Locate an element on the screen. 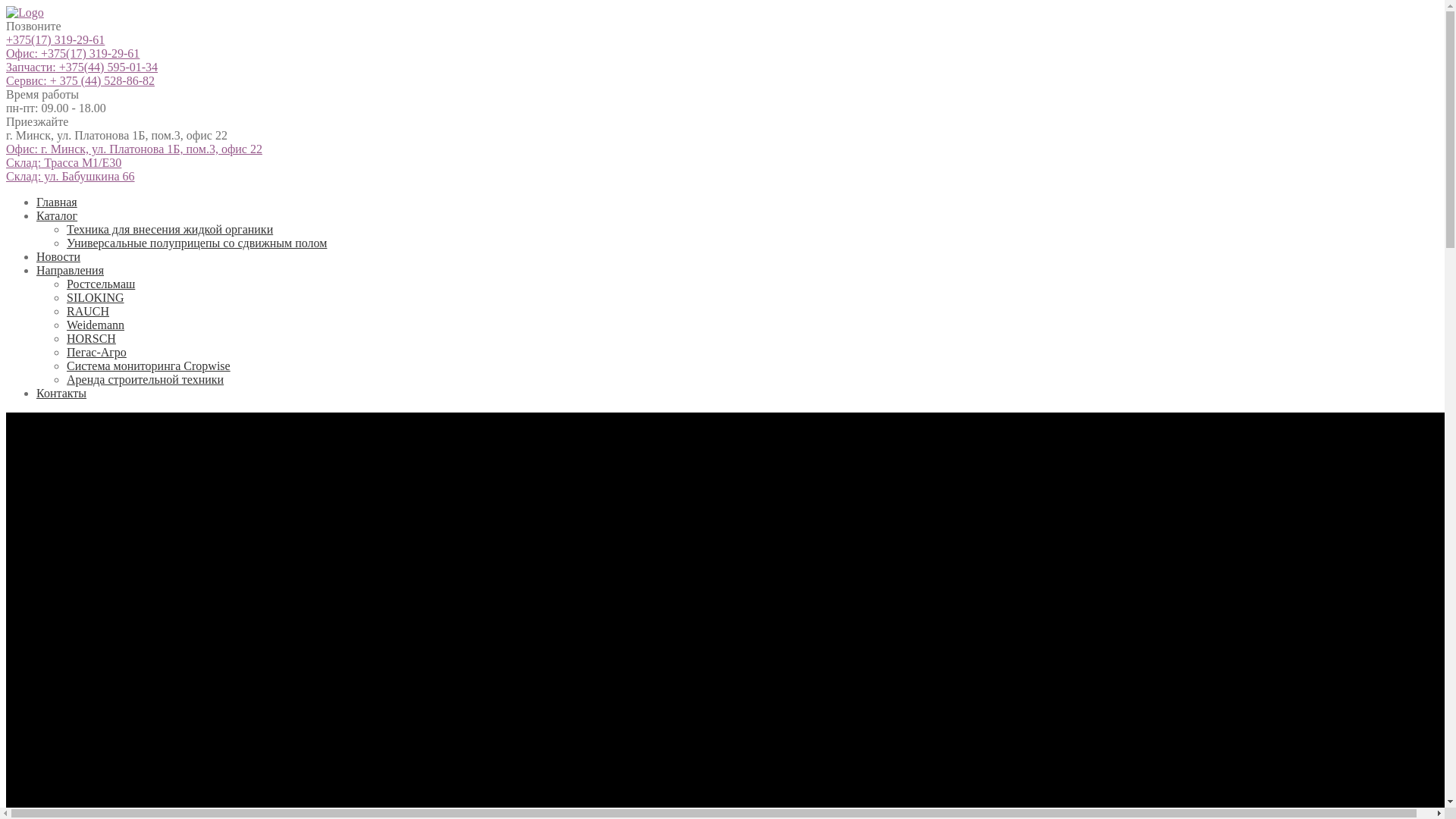 This screenshot has height=819, width=1456. 'Weidemann' is located at coordinates (94, 324).